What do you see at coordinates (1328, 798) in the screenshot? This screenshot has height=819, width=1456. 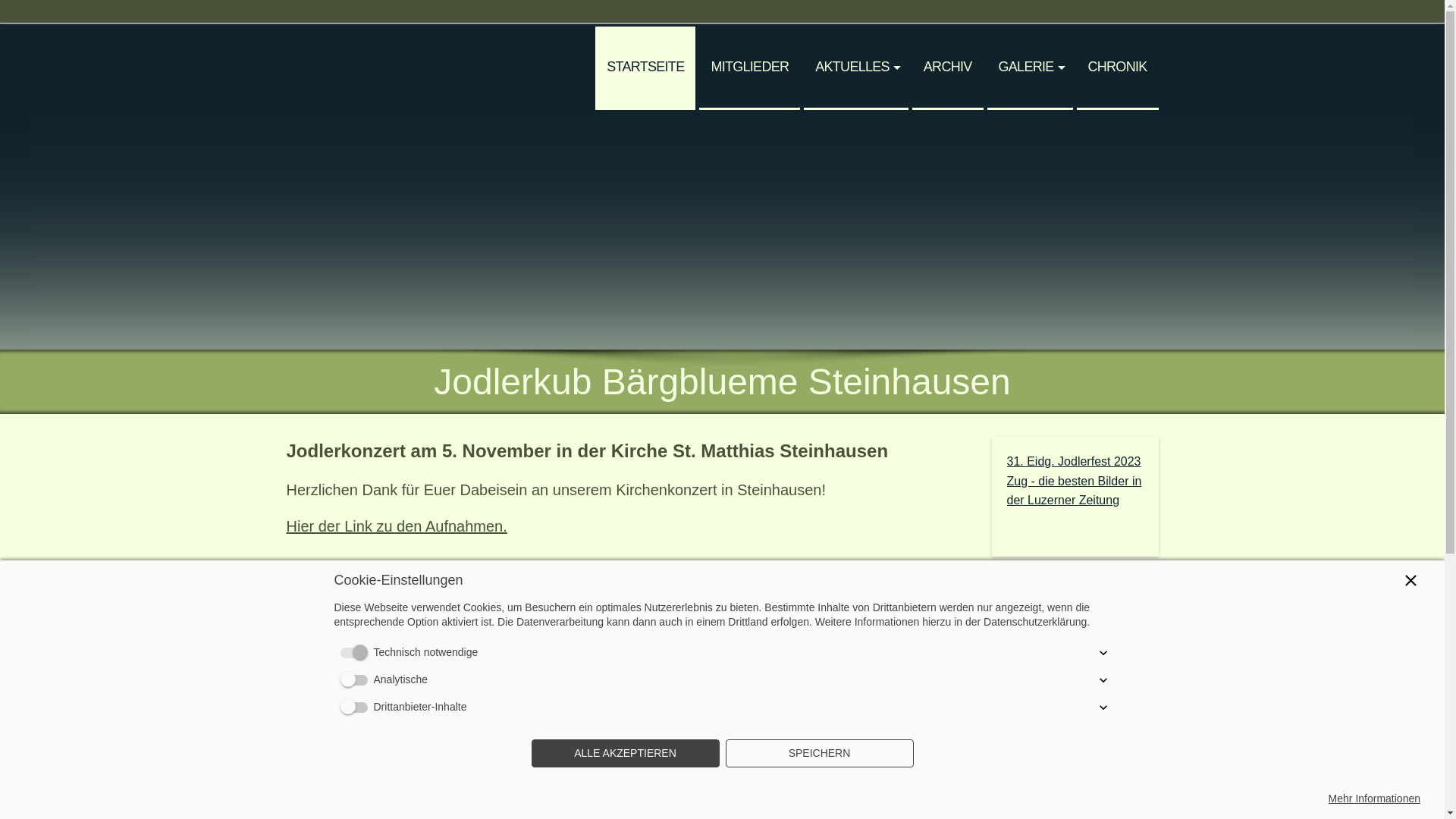 I see `'Mehr Informationen'` at bounding box center [1328, 798].